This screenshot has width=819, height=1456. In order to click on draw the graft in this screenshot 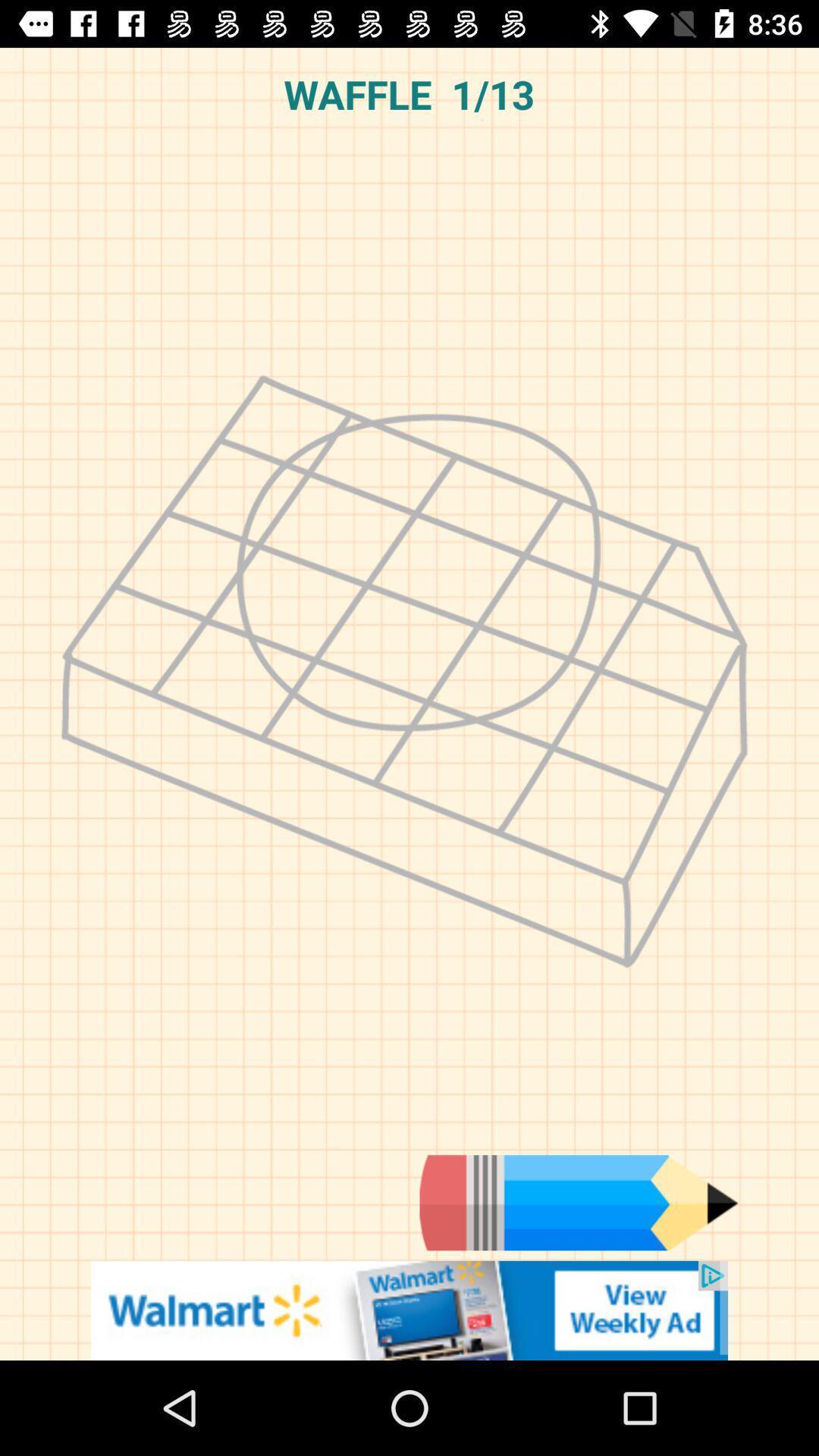, I will do `click(579, 1202)`.